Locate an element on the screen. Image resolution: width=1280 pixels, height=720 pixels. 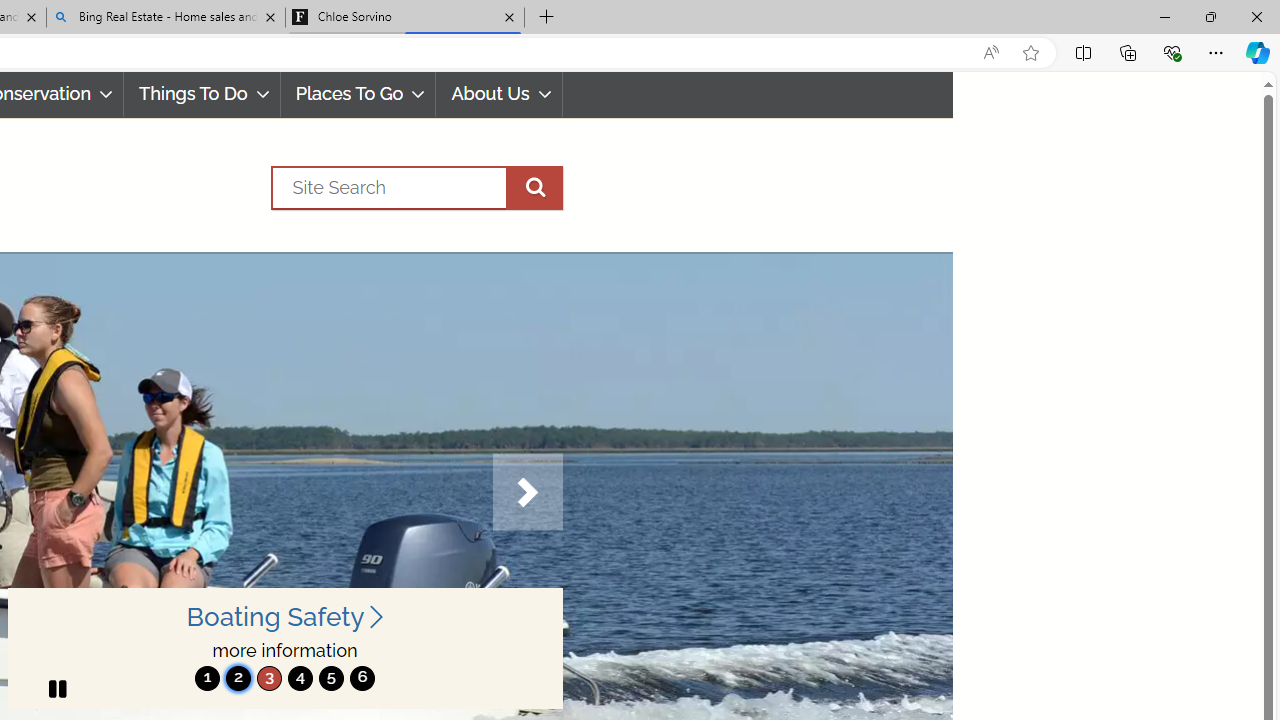
'Bing Real Estate - Home sales and rental listings' is located at coordinates (166, 17).